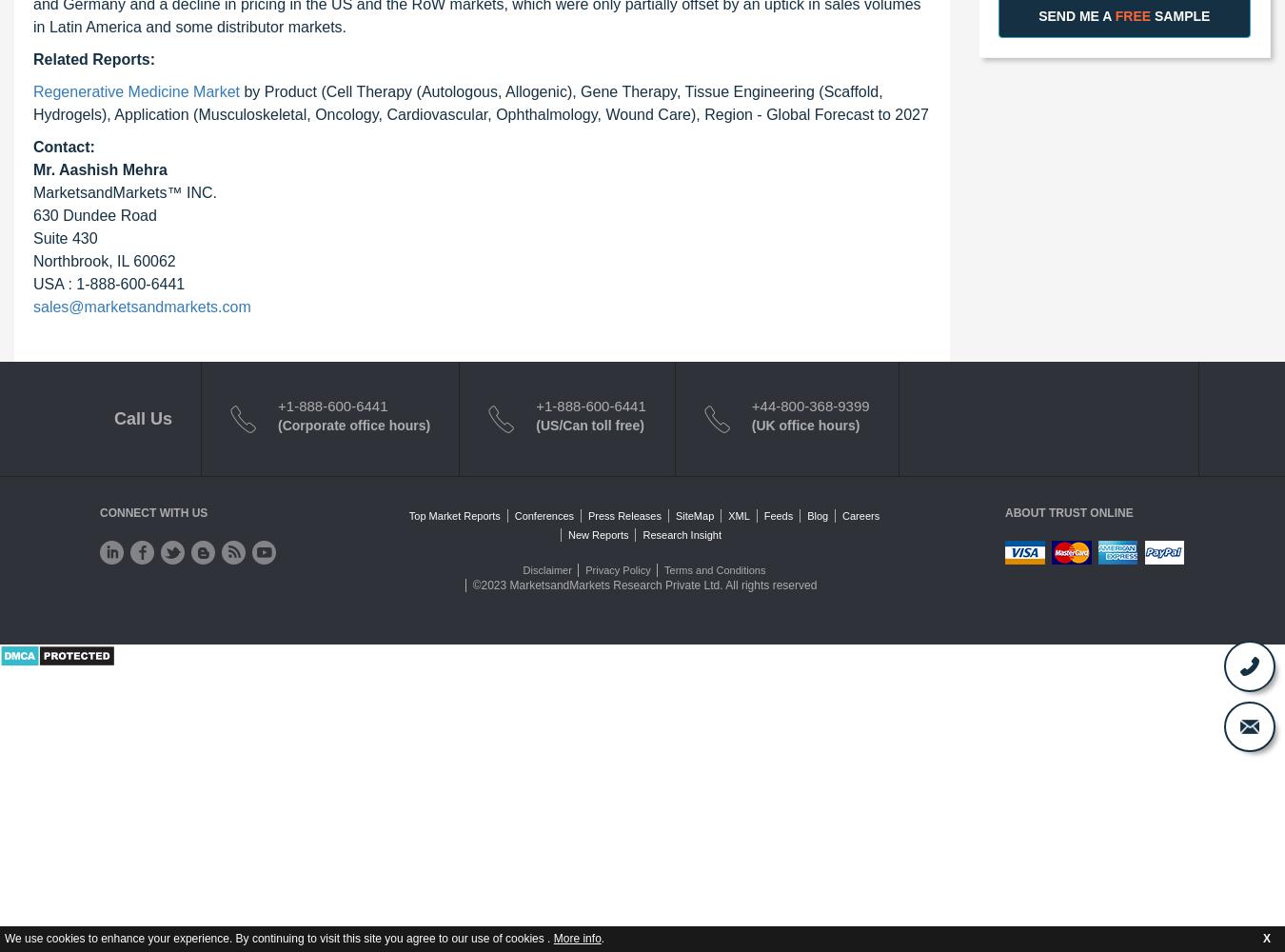 The height and width of the screenshot is (952, 1285). What do you see at coordinates (480, 101) in the screenshot?
I see `'by Product (Cell Therapy (Autologous, Allogenic), Gene Therapy, Tissue Engineering (Scaffold, Hydrogels), Application (Musculoskeletal, Oncology, Cardiovascular, Ophthalmology, Wound Care), Region - Global Forecast to 2027'` at bounding box center [480, 101].